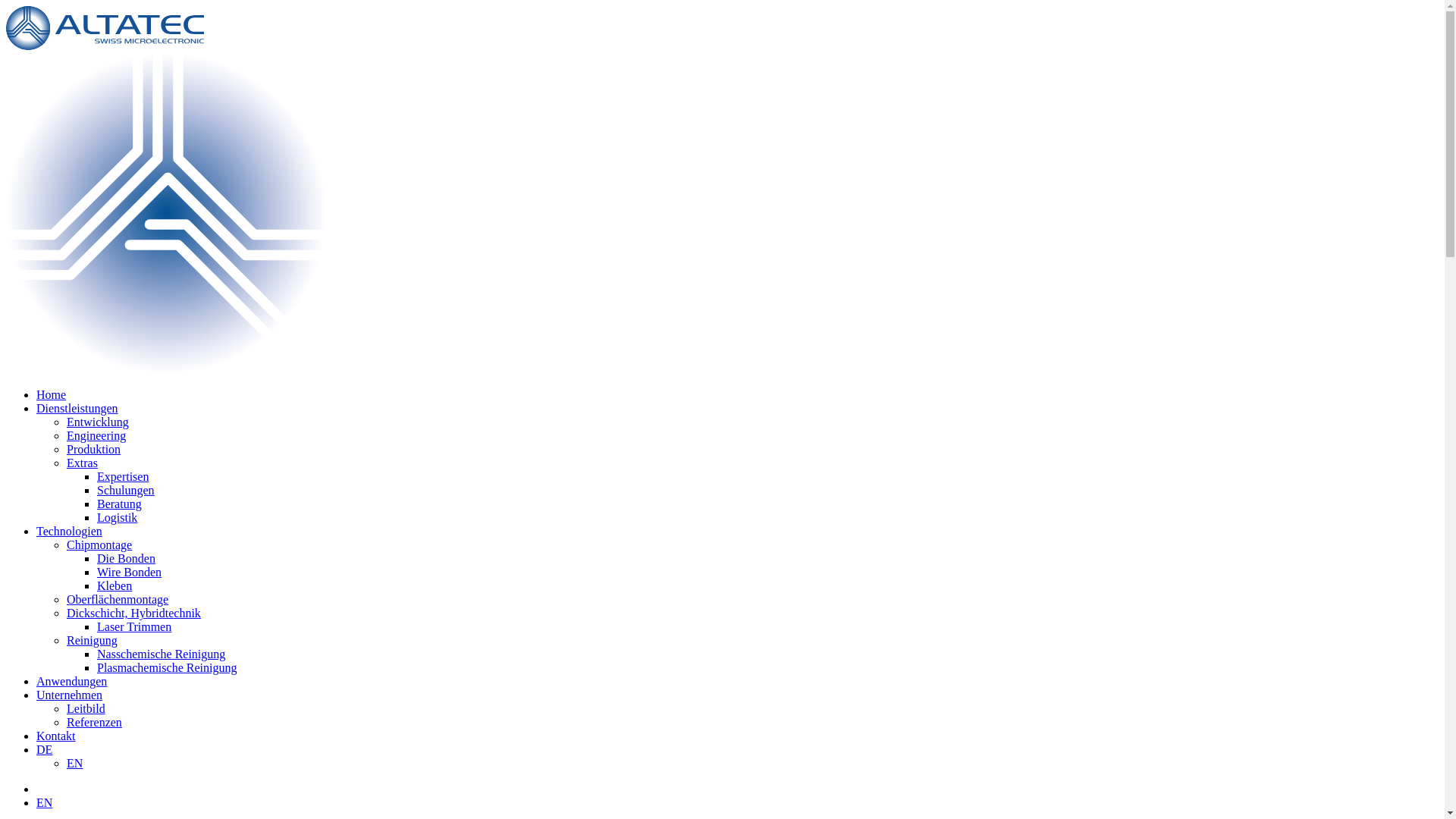 The image size is (1456, 819). I want to click on 'Entwicklung', so click(97, 422).